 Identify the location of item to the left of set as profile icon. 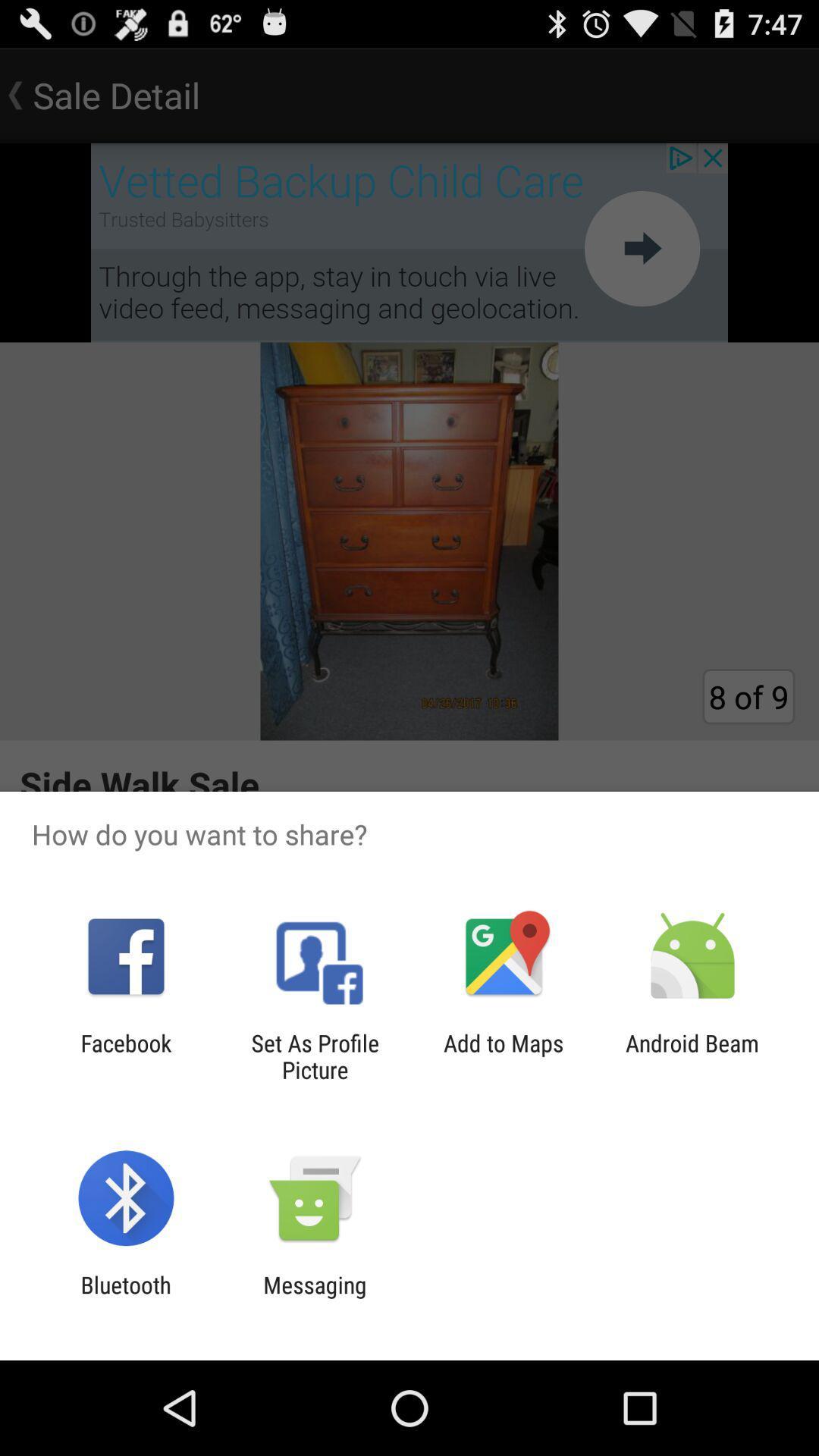
(125, 1056).